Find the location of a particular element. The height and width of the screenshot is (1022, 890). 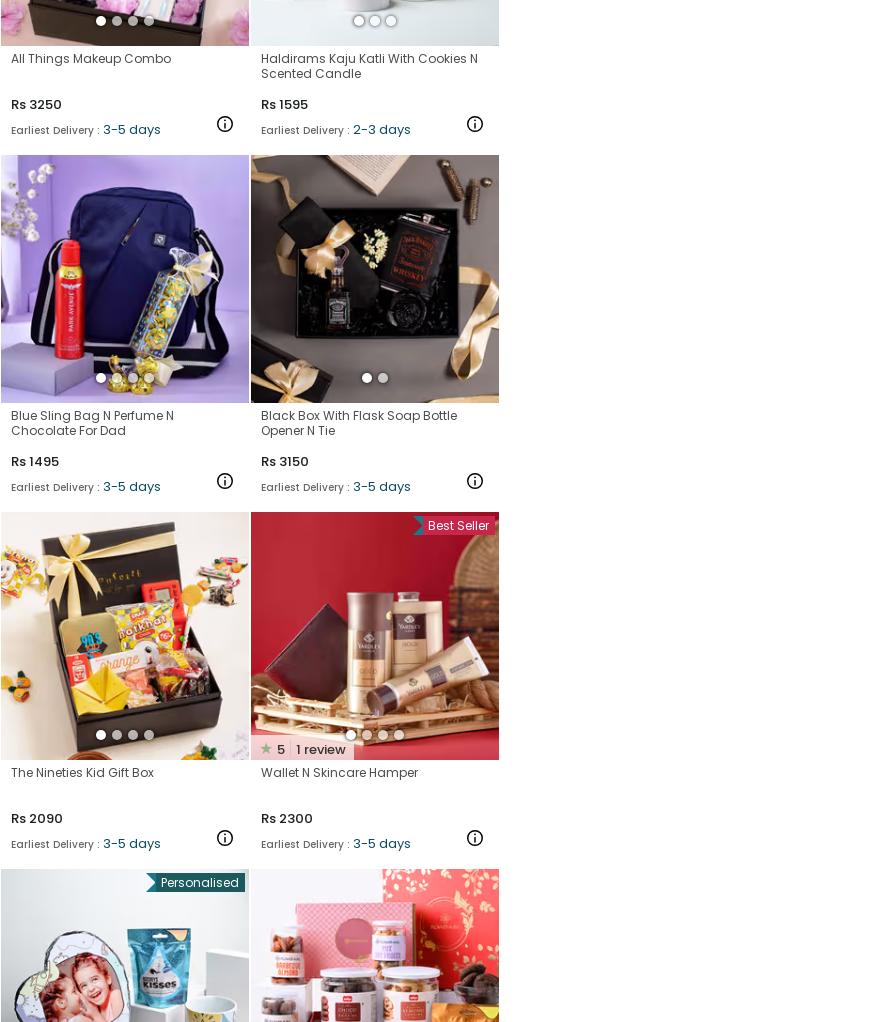

'5' is located at coordinates (279, 747).